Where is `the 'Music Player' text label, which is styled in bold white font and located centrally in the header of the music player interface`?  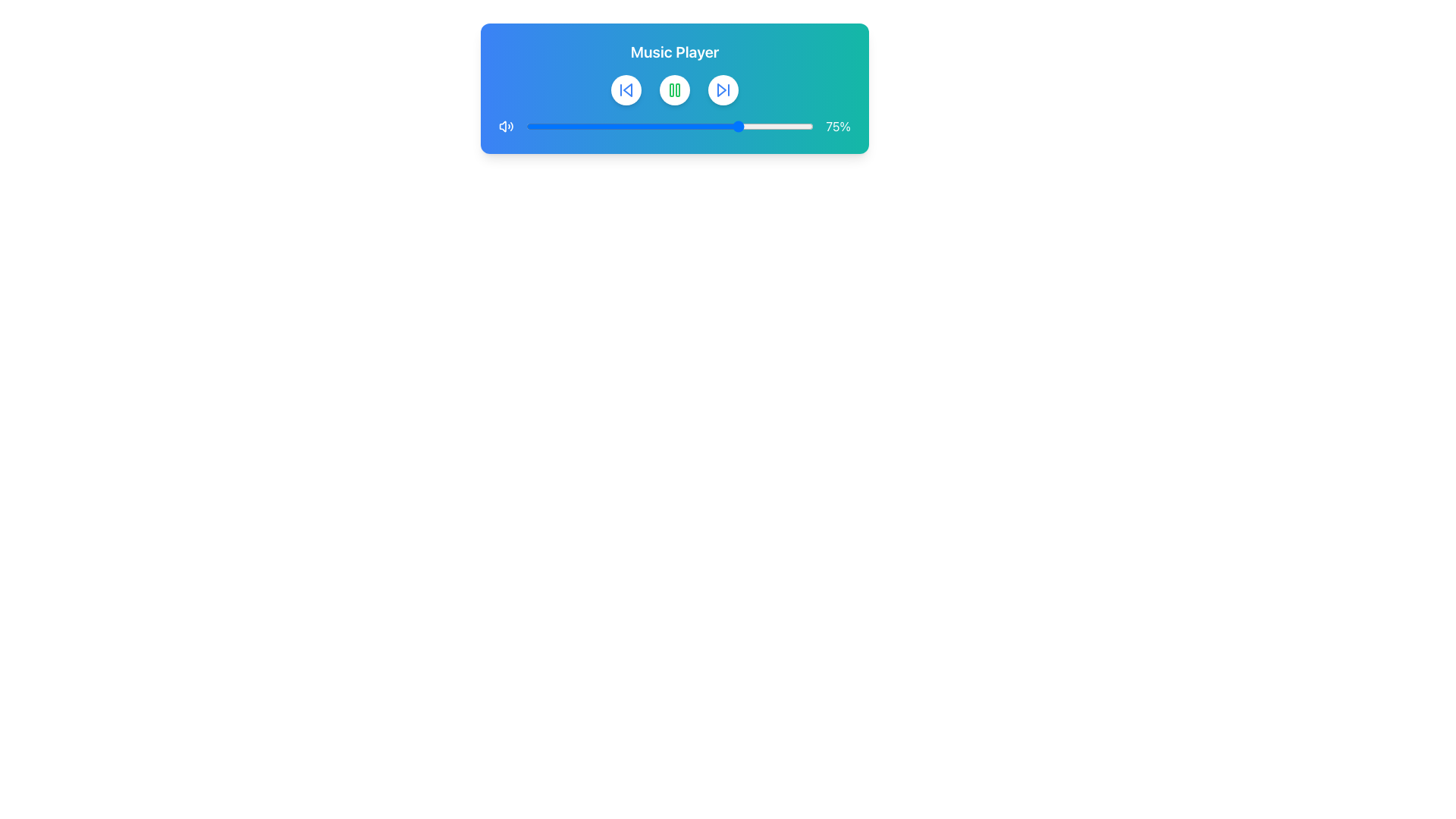 the 'Music Player' text label, which is styled in bold white font and located centrally in the header of the music player interface is located at coordinates (673, 52).